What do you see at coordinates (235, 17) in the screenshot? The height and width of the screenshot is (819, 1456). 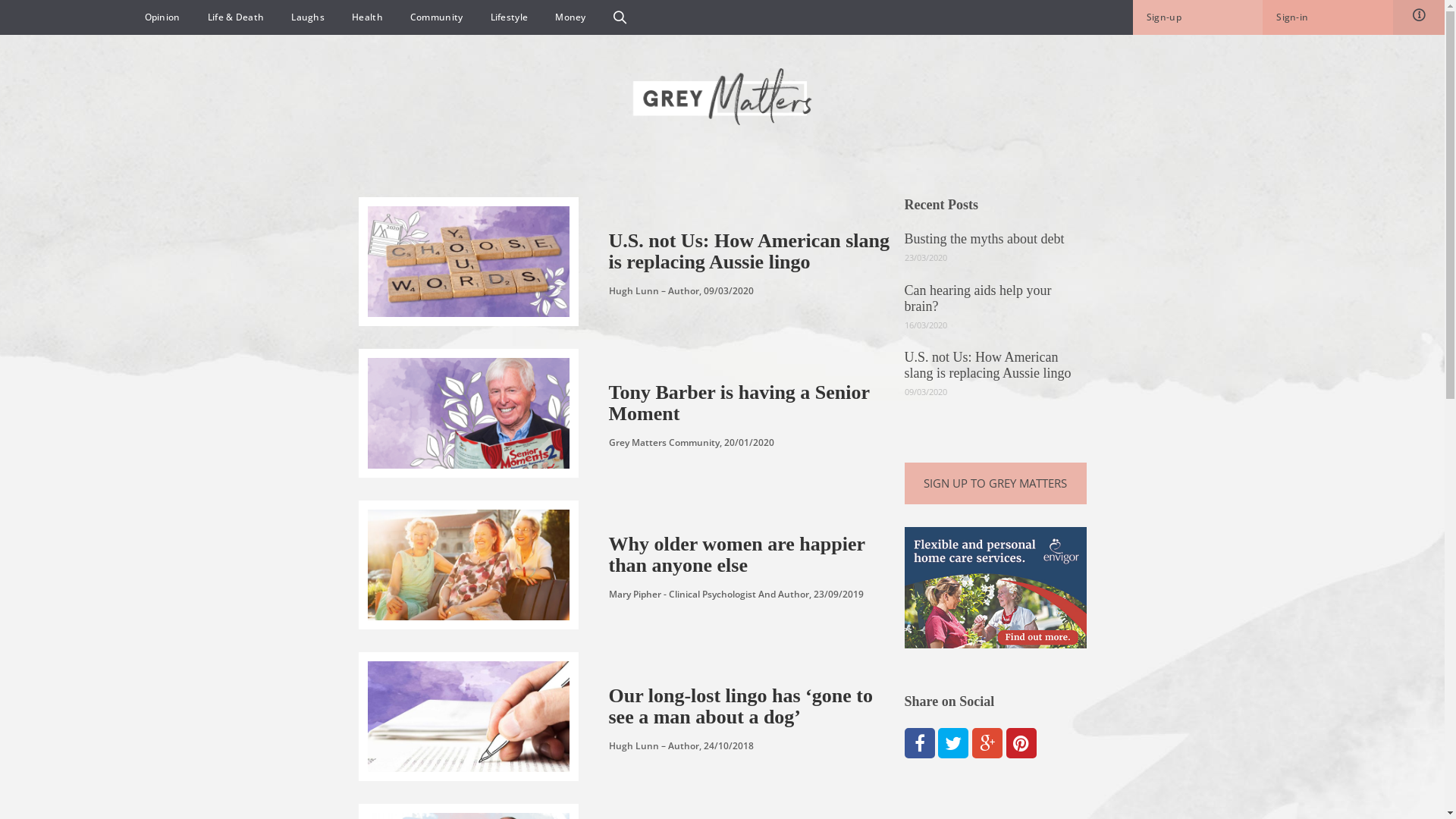 I see `'Life & Death'` at bounding box center [235, 17].